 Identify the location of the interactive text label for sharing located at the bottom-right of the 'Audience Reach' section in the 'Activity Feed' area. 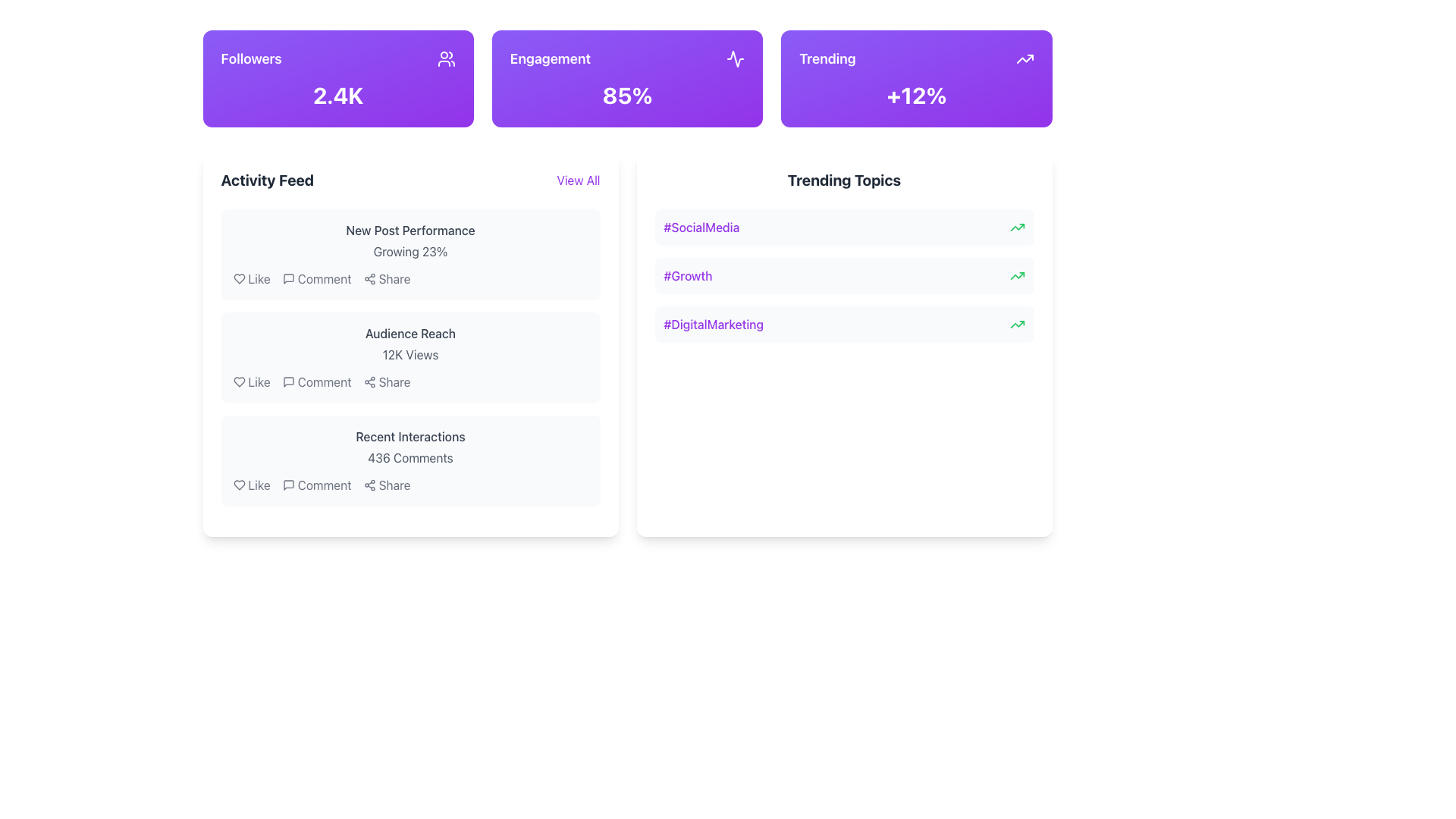
(394, 381).